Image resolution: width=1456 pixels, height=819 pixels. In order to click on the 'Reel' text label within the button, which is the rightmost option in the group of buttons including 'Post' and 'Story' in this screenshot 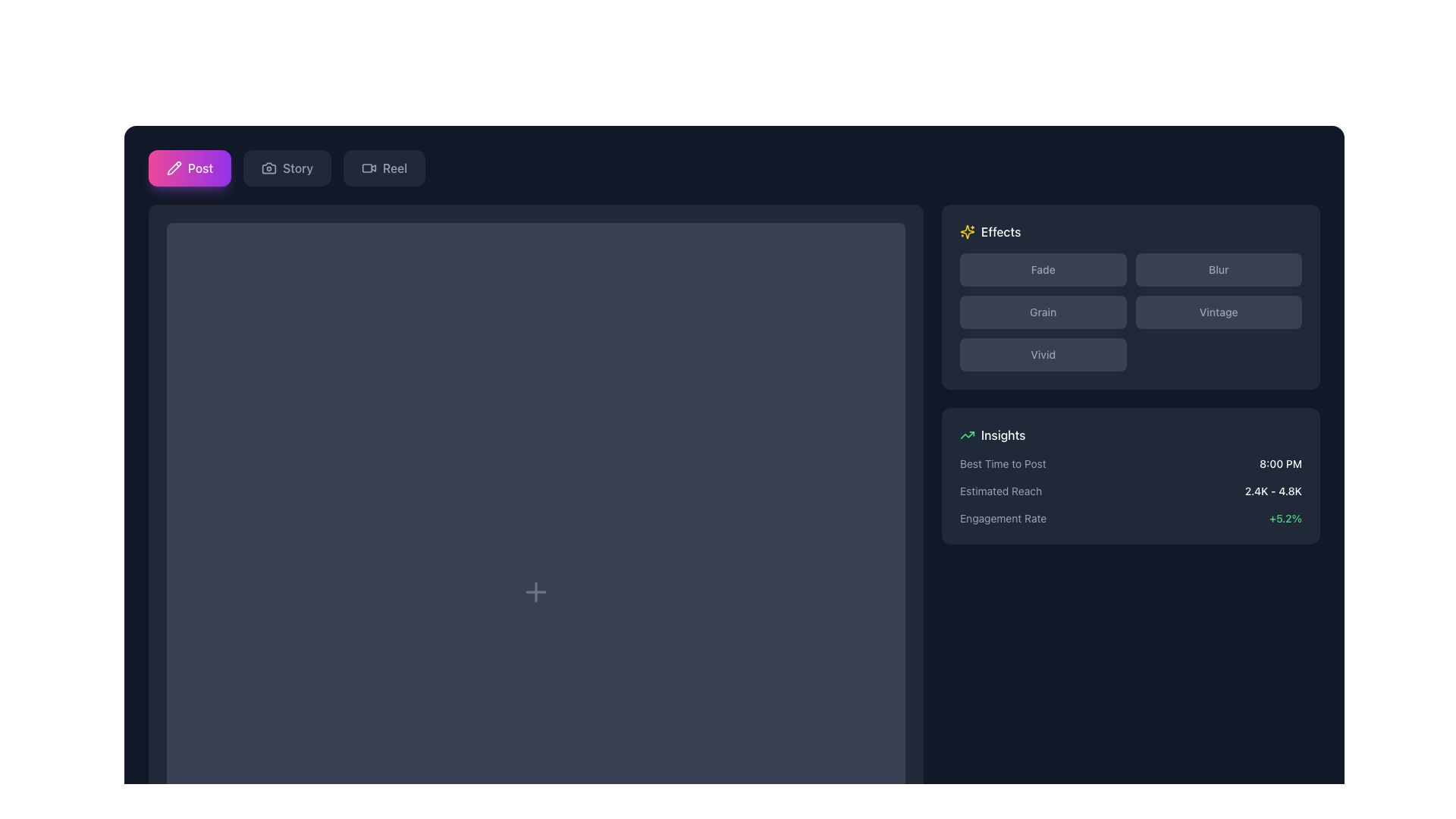, I will do `click(395, 168)`.